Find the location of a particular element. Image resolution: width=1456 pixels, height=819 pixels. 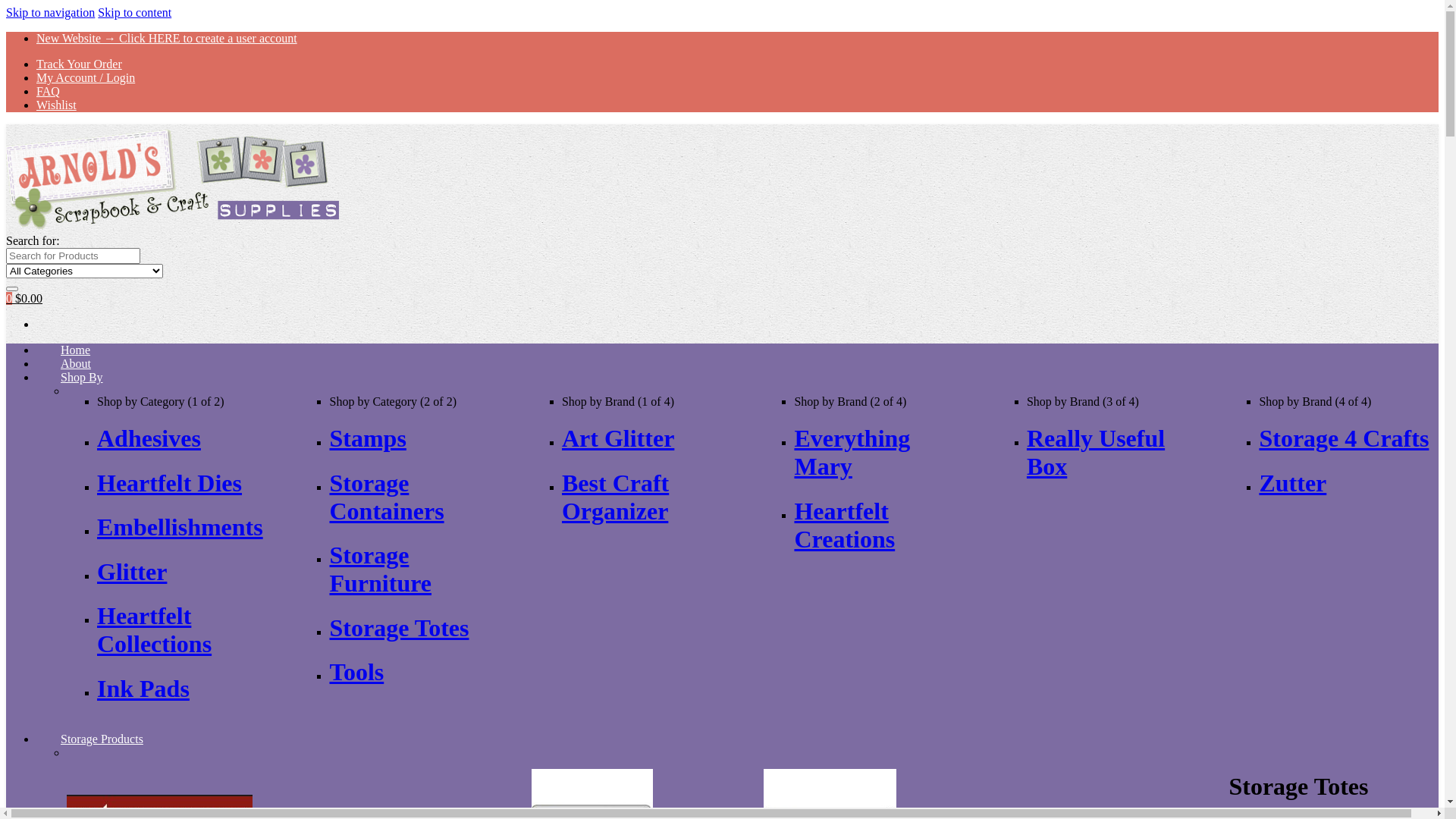

'About' is located at coordinates (36, 362).